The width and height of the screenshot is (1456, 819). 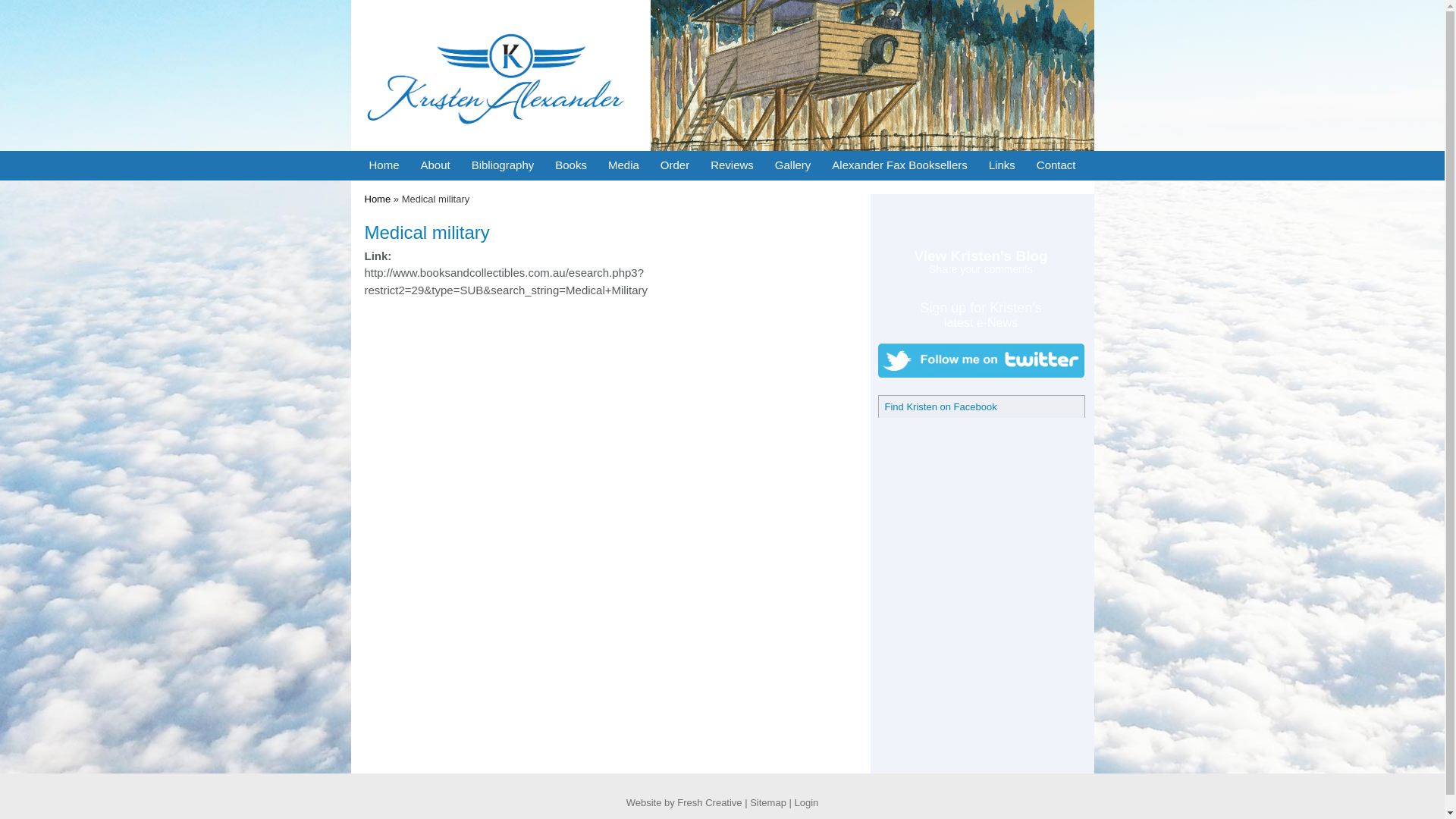 What do you see at coordinates (708, 802) in the screenshot?
I see `'Fresh Creative'` at bounding box center [708, 802].